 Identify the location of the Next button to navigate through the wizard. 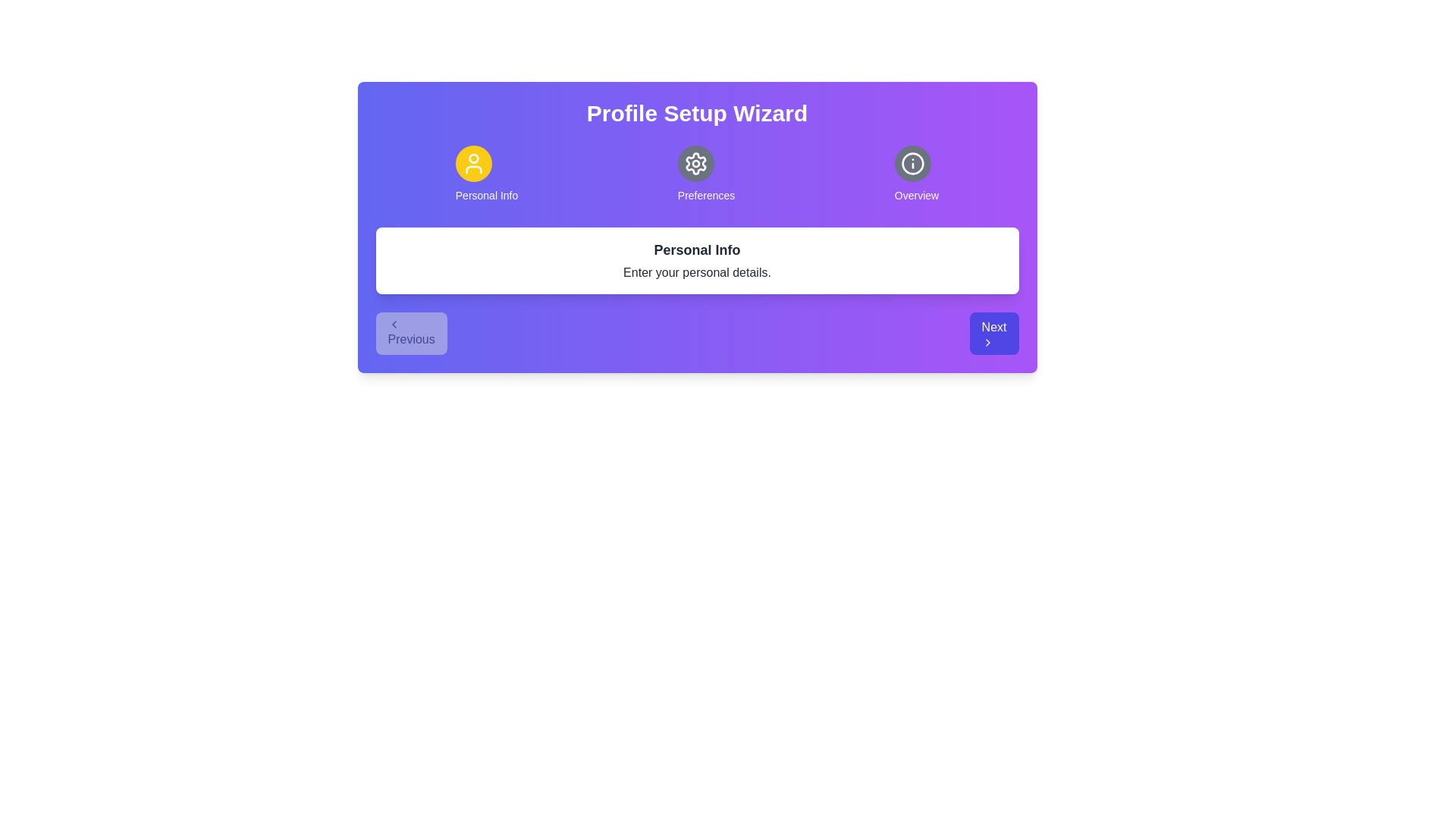
(993, 332).